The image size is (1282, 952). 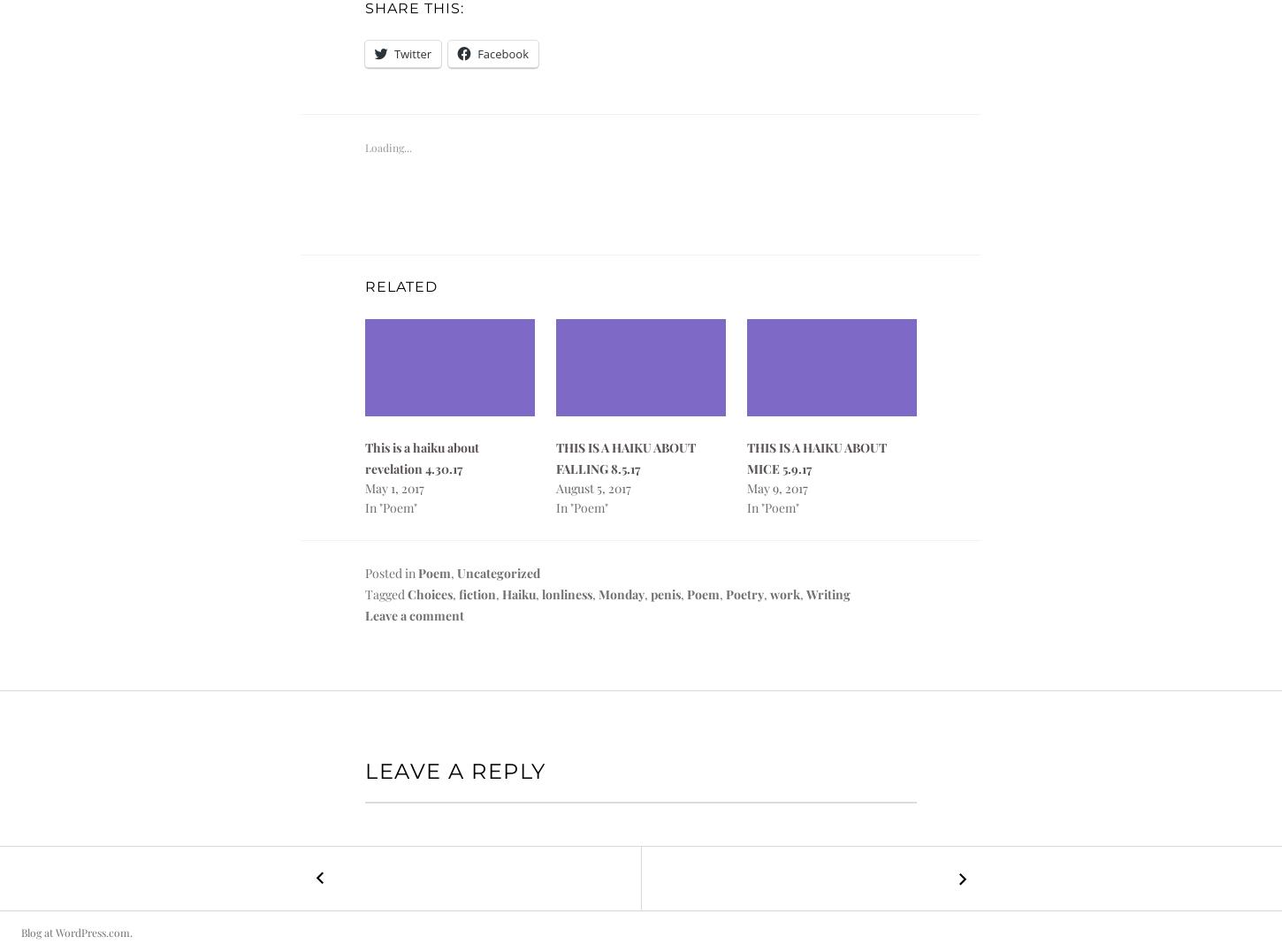 I want to click on 'Uncategorized', so click(x=499, y=572).